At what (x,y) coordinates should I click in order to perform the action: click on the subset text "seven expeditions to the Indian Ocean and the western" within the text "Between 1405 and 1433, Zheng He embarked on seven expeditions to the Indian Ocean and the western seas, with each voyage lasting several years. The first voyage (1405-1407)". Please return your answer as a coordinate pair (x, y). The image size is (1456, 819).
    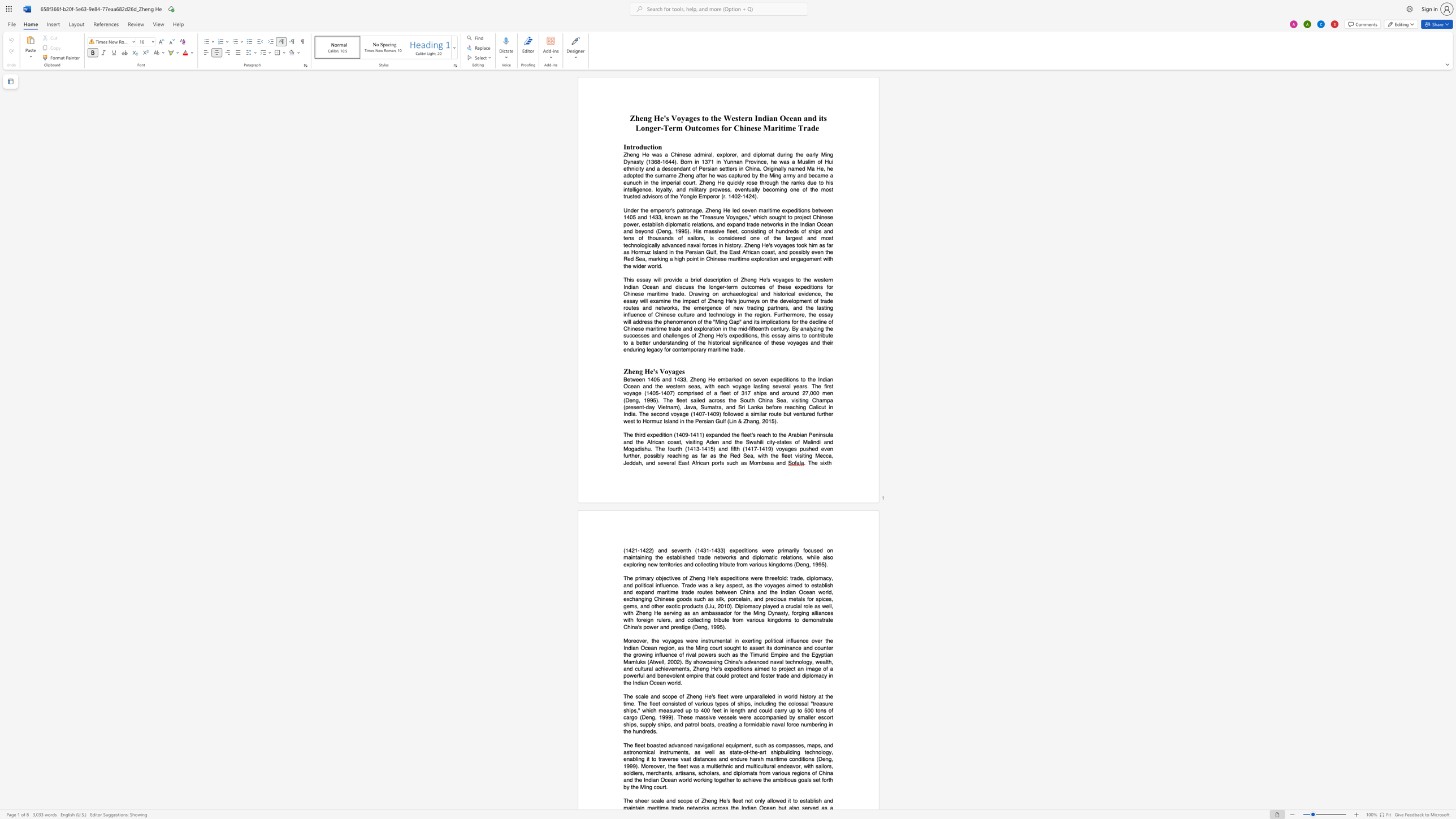
    Looking at the image, I should click on (753, 379).